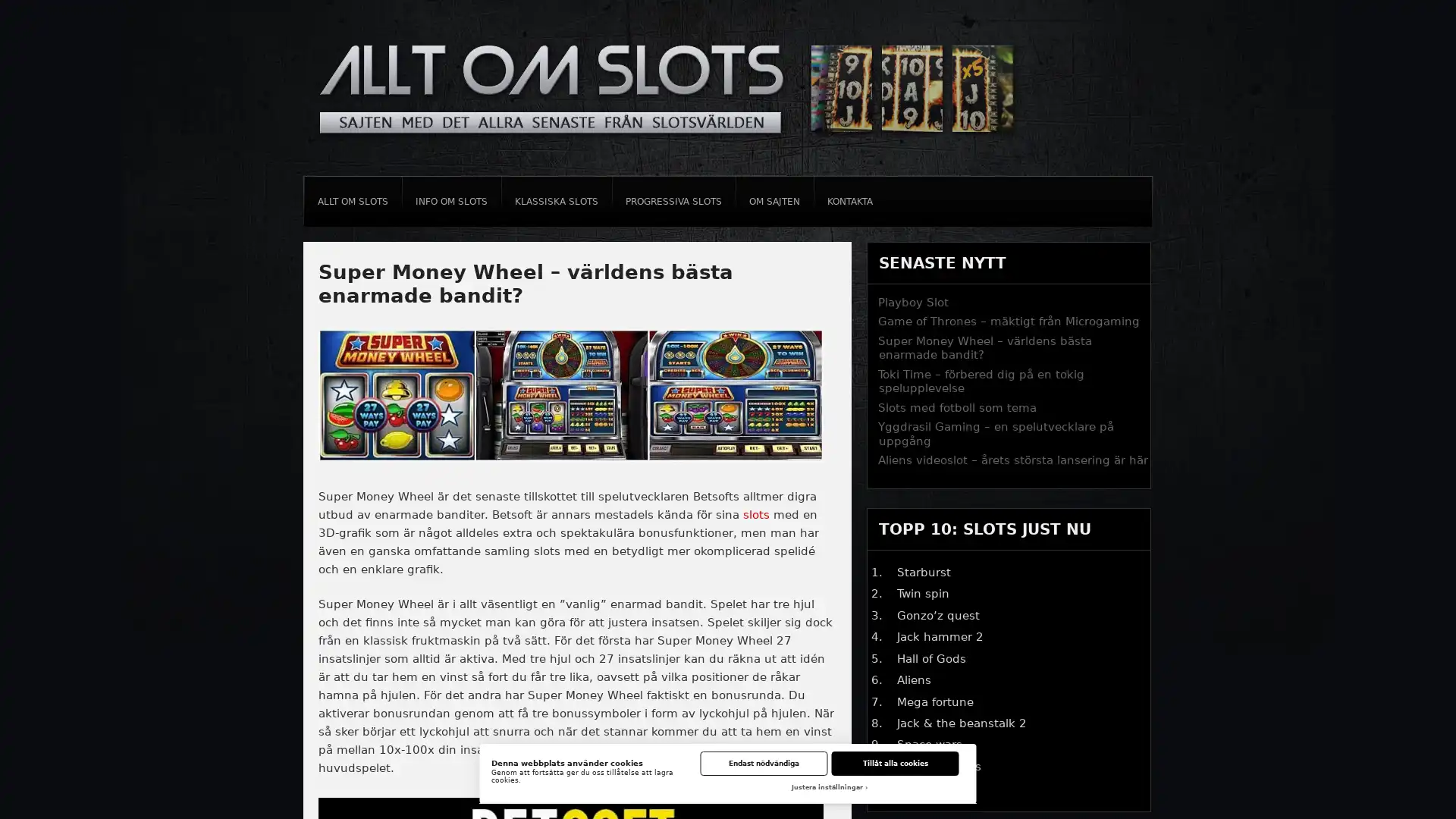 Image resolution: width=1456 pixels, height=819 pixels. Describe the element at coordinates (895, 763) in the screenshot. I see `Tillat alla cookies` at that location.